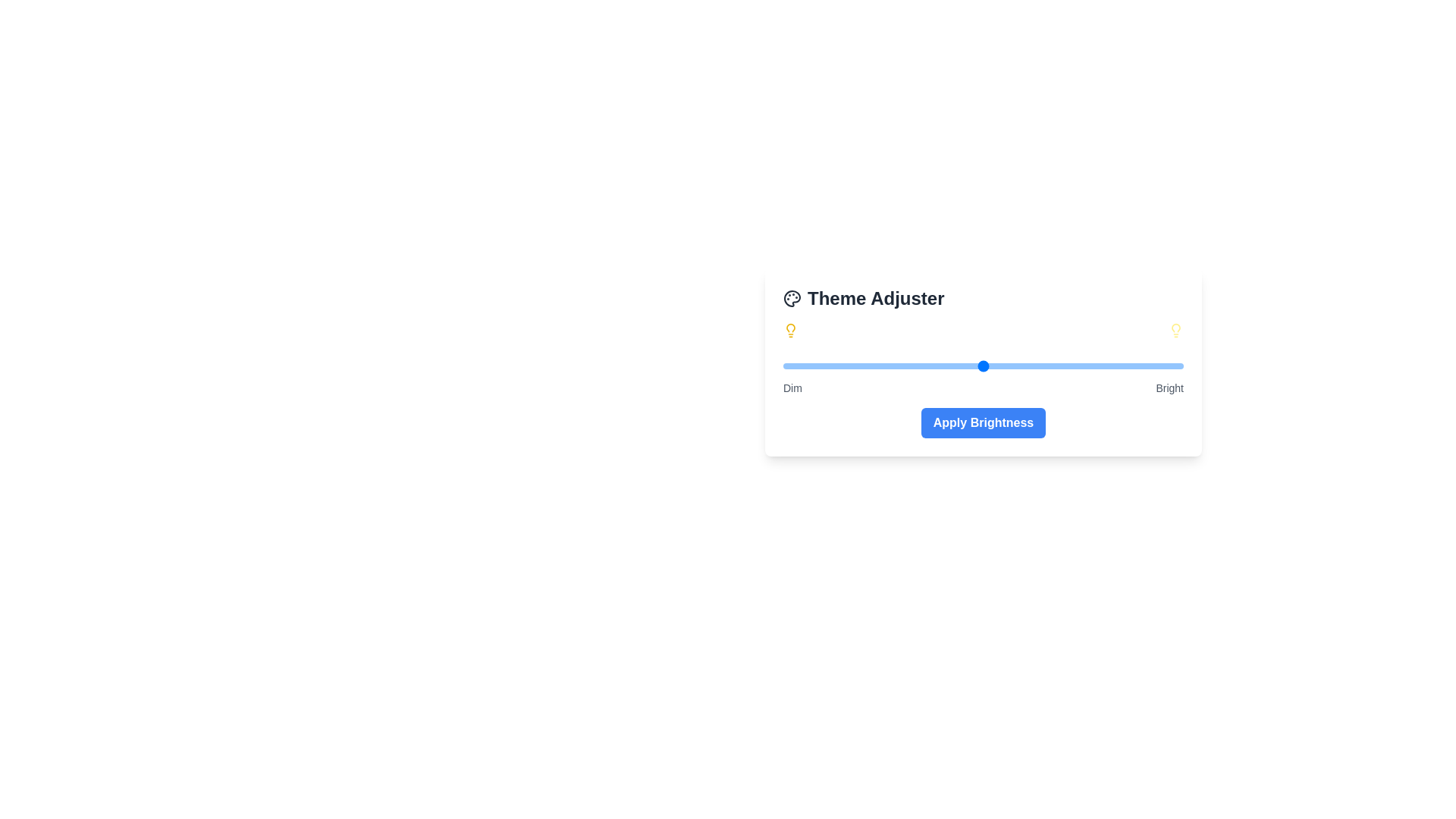  I want to click on the brightness slider to a specific value 52, so click(991, 366).